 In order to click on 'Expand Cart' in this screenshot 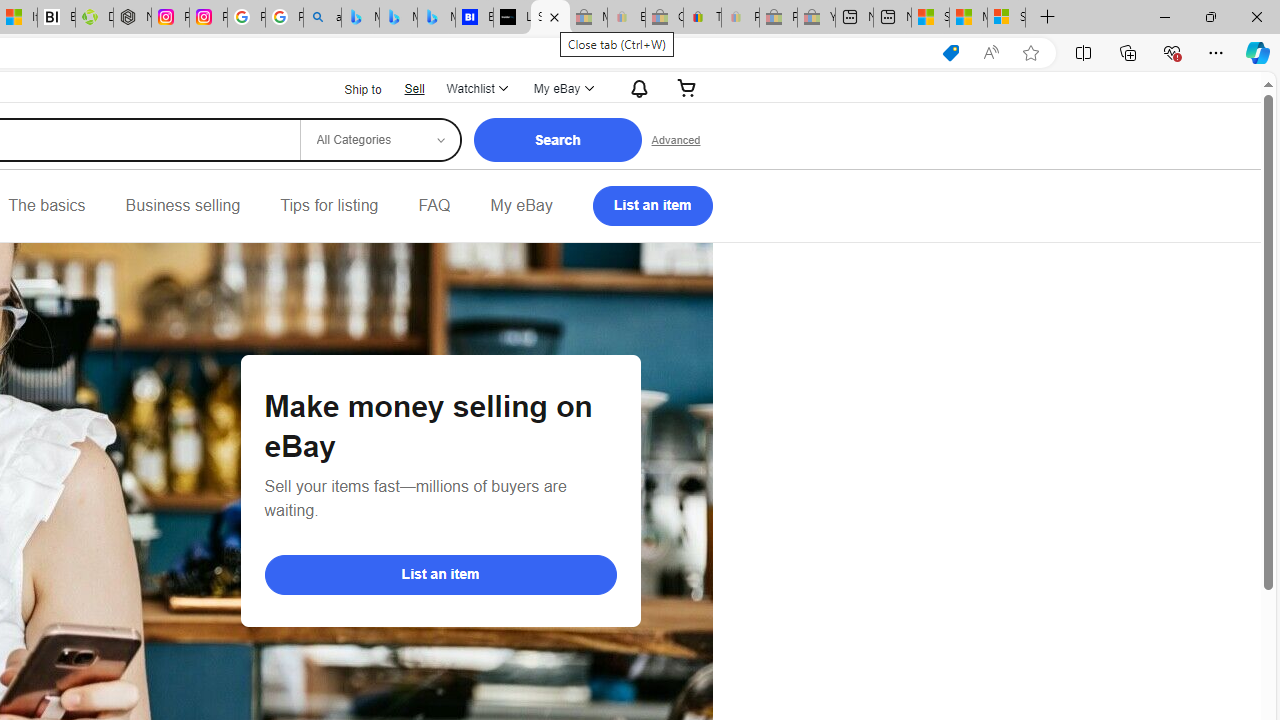, I will do `click(687, 87)`.